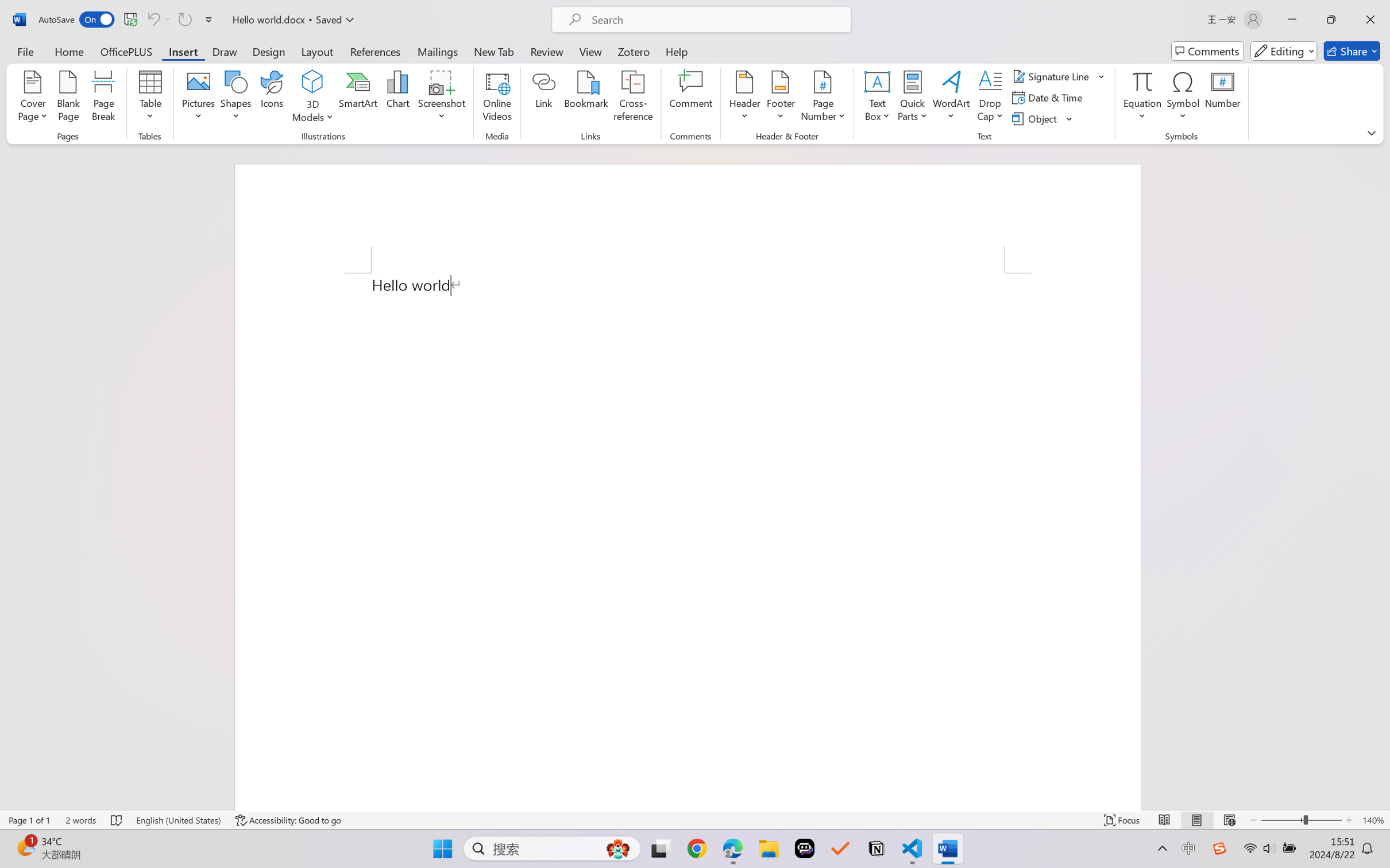 The height and width of the screenshot is (868, 1390). I want to click on '3D Models', so click(312, 82).